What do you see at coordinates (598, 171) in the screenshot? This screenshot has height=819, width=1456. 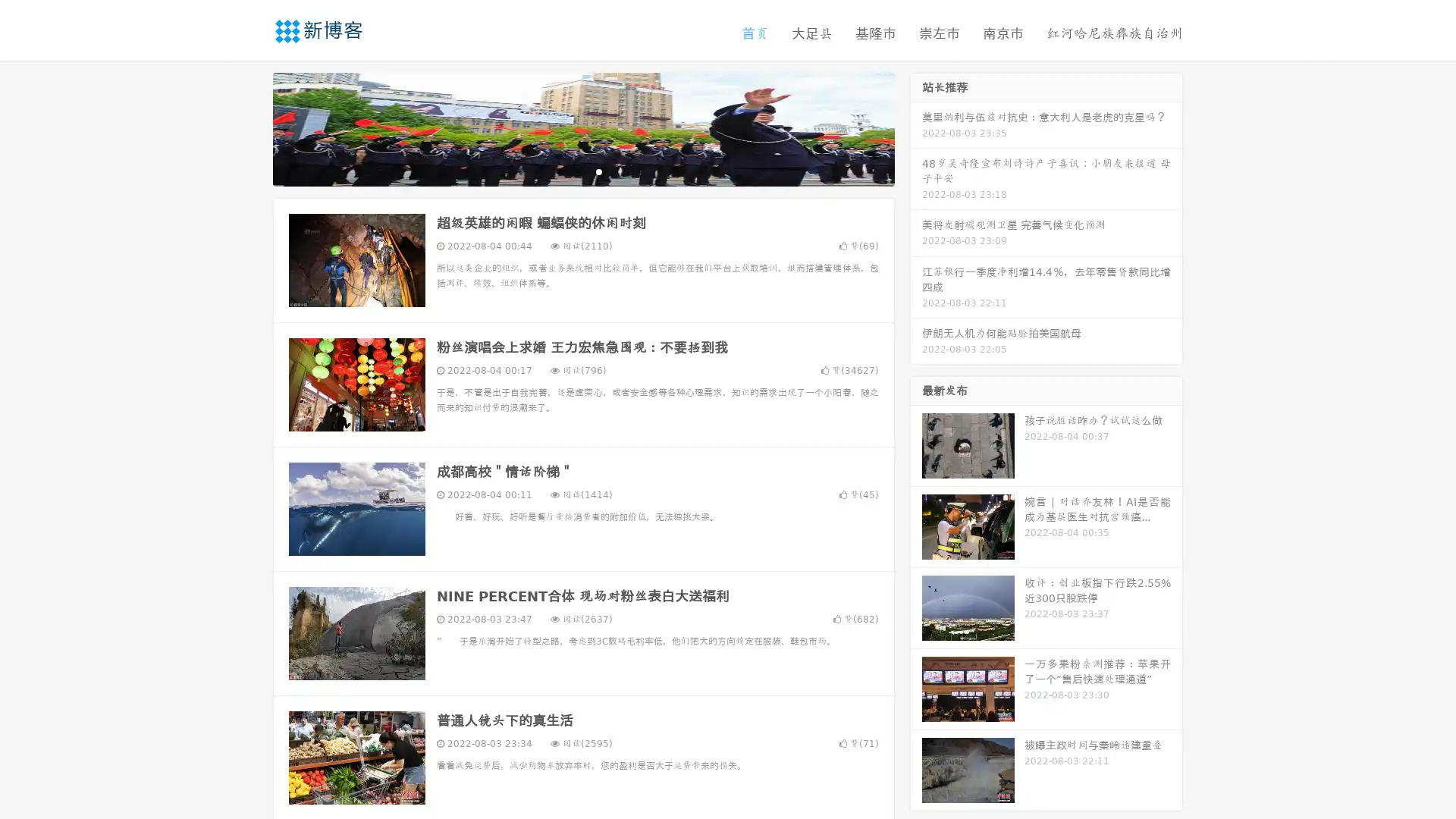 I see `Go to slide 3` at bounding box center [598, 171].